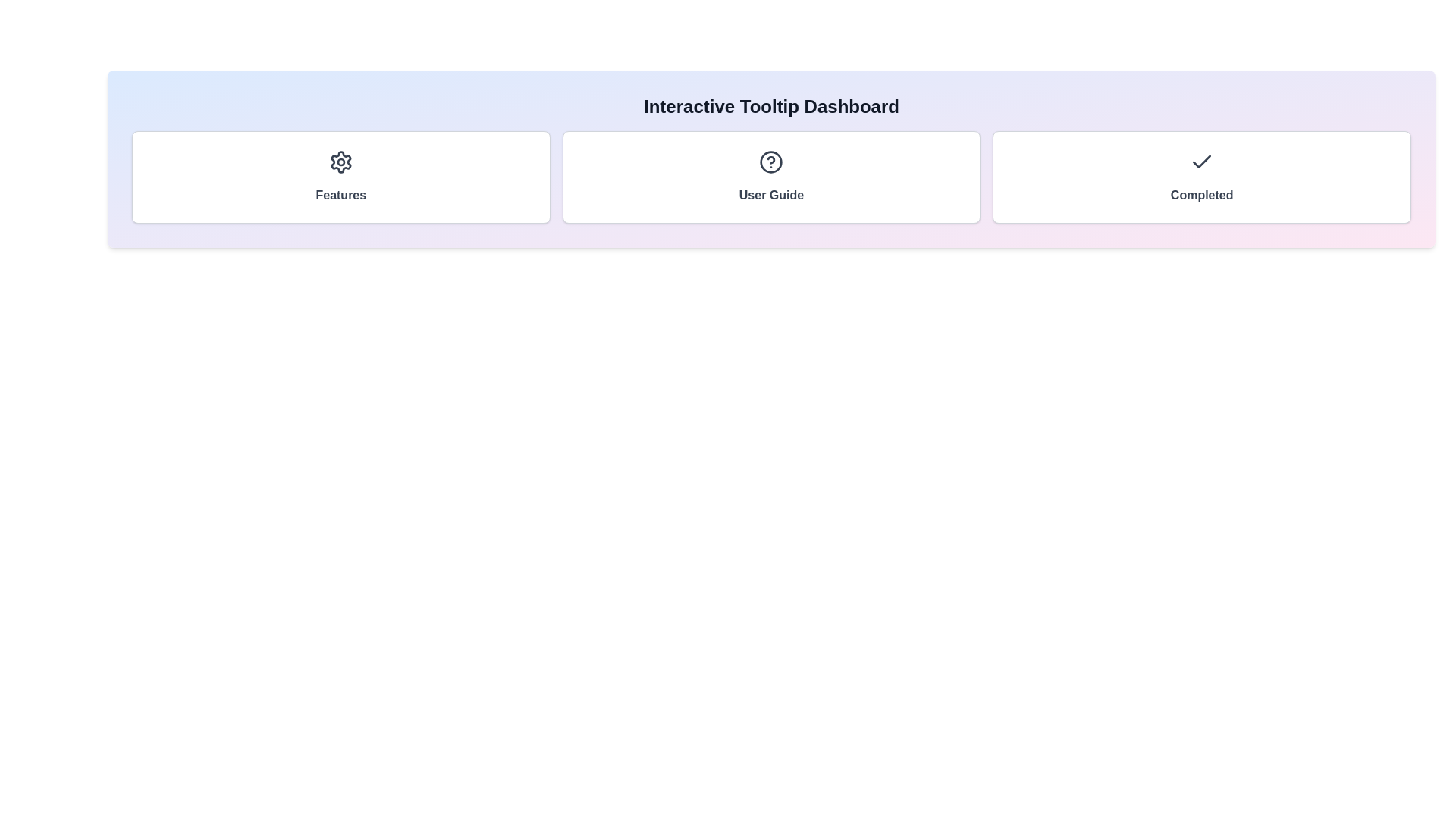  I want to click on the 'User Guide' static text element located in the center card of the three card layout to read its text, so click(771, 195).